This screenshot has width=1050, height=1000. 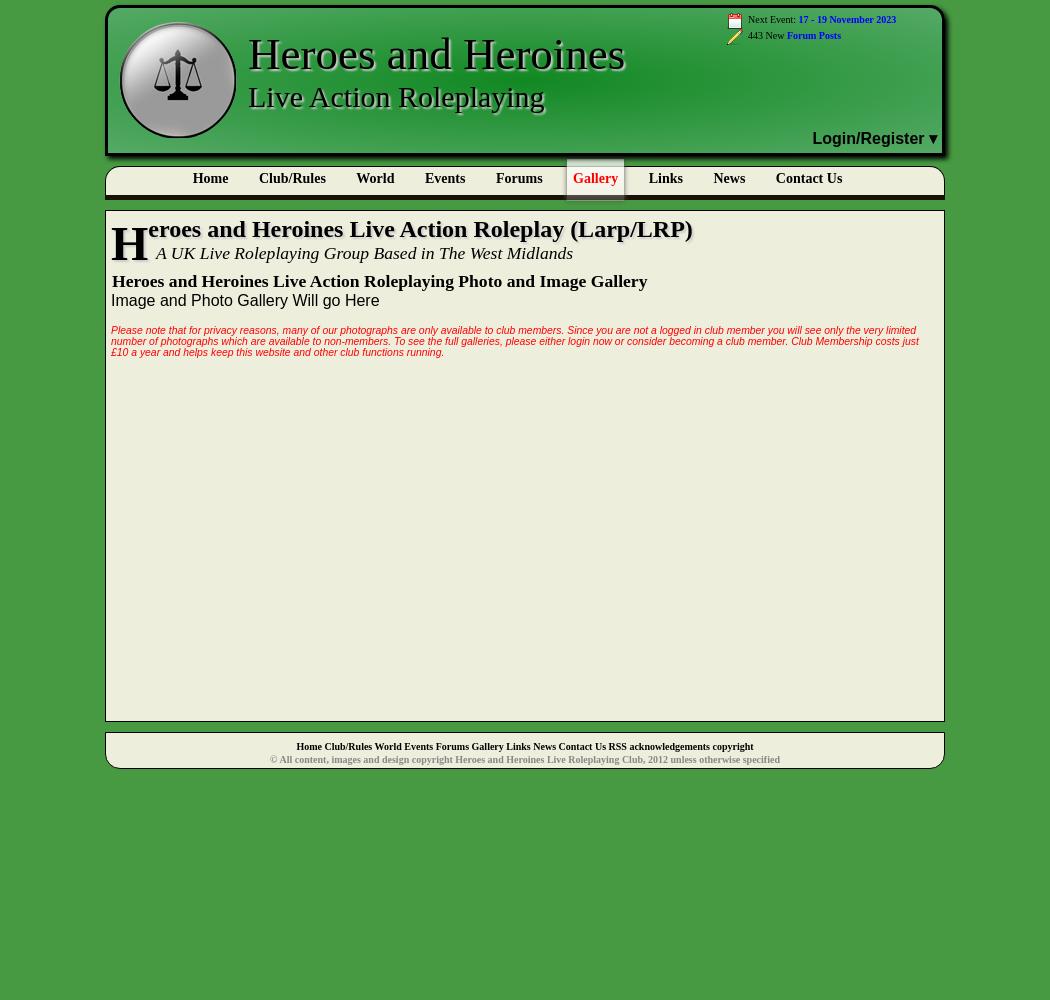 What do you see at coordinates (268, 759) in the screenshot?
I see `'© All content, images and design copyright Heroes and Heroines Live Roleplaying Club, 2012 unless otherwise specified'` at bounding box center [268, 759].